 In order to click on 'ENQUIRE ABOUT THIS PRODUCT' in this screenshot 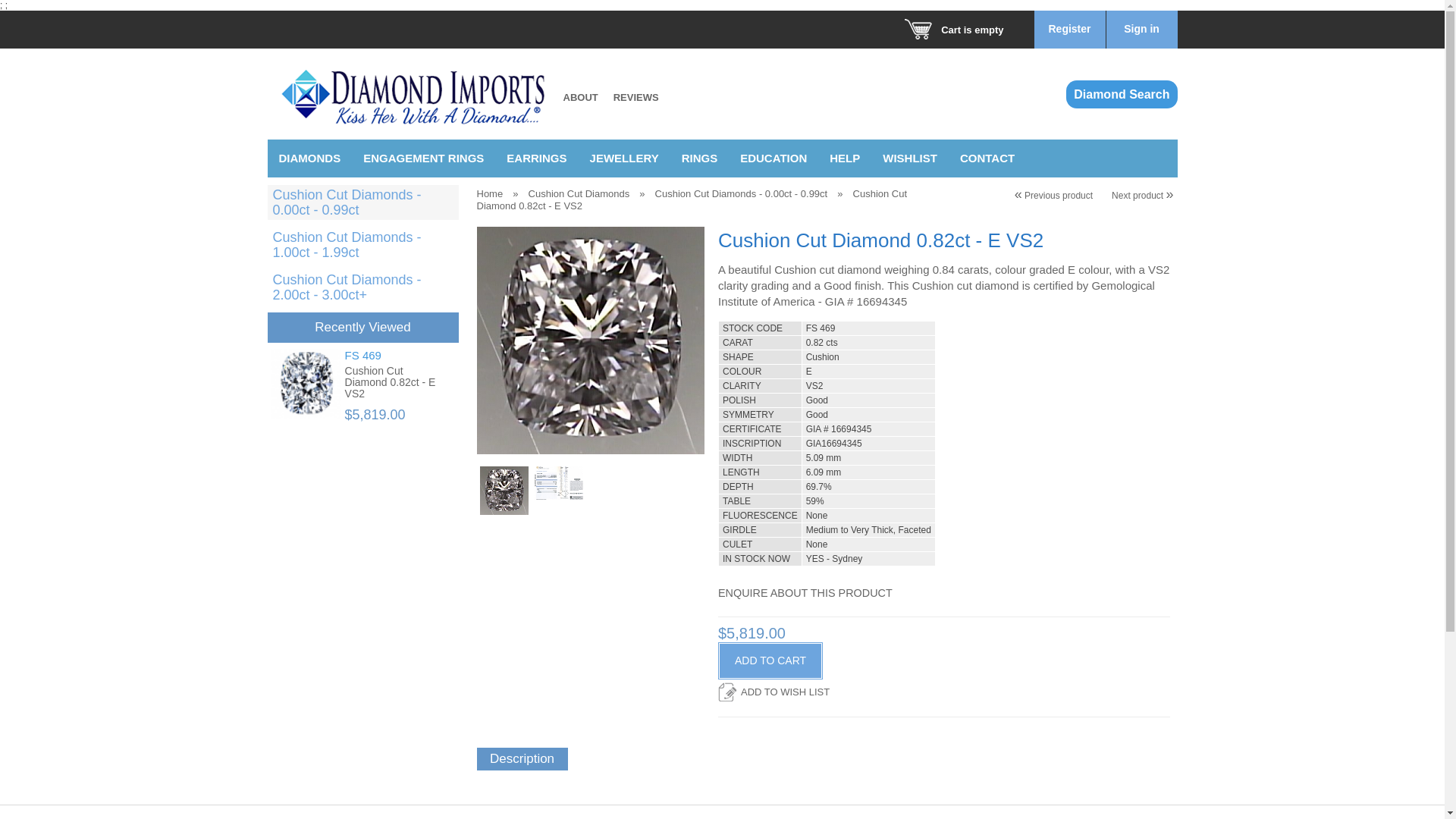, I will do `click(804, 601)`.